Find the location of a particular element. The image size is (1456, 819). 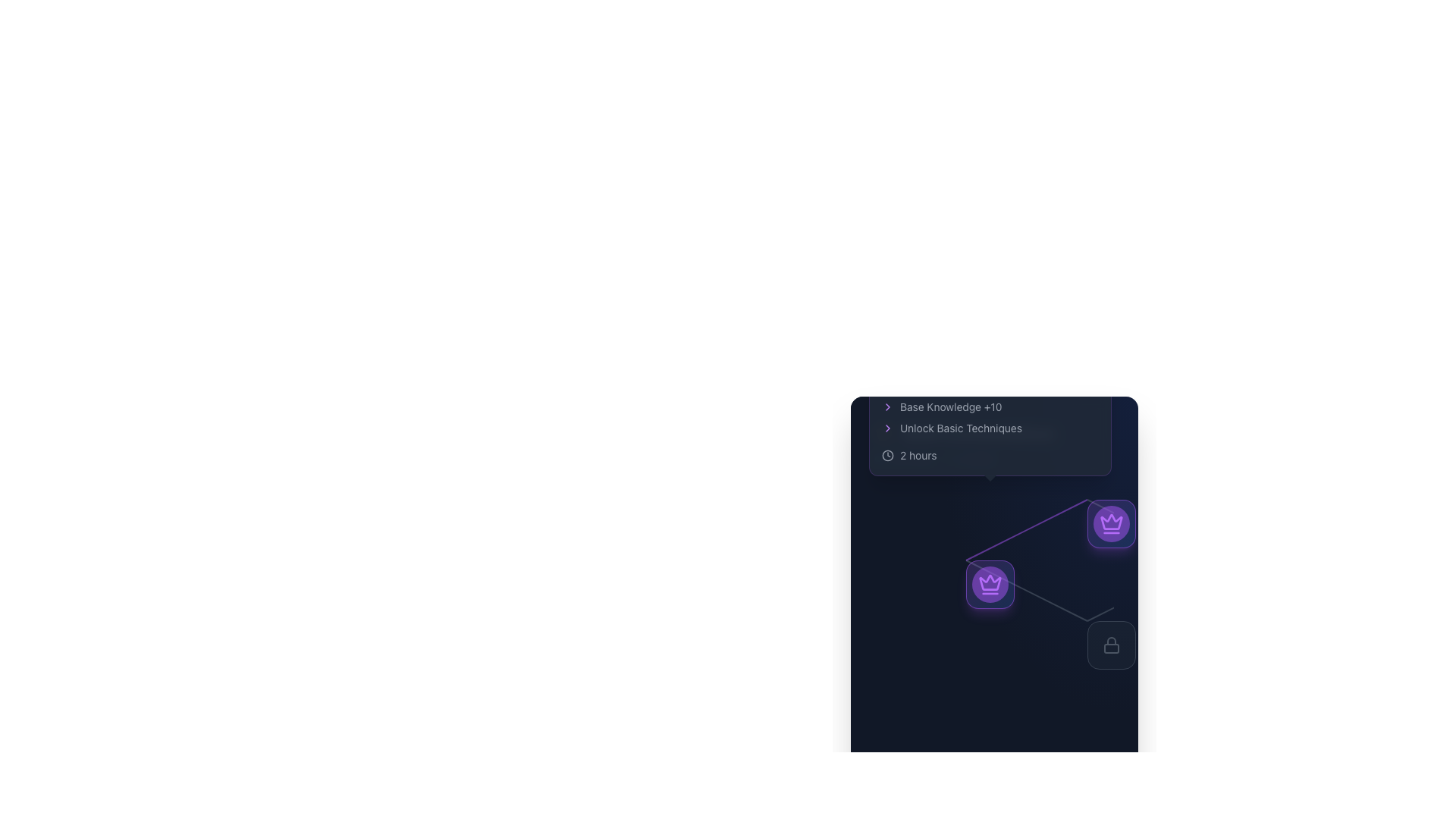

the achievement icon located in the bottom-right portion of the interface, which visually represents a rating is located at coordinates (883, 432).